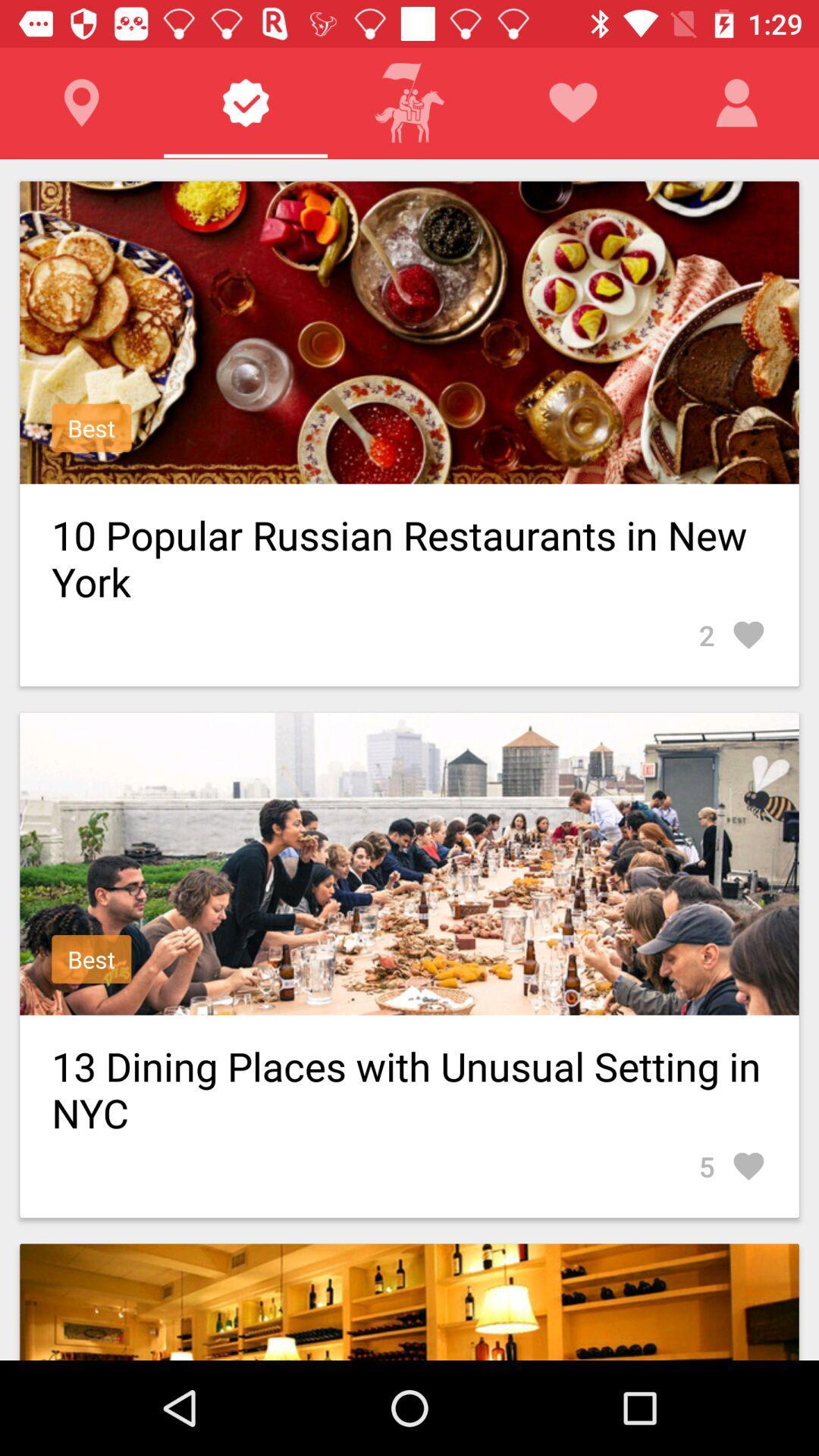 This screenshot has width=819, height=1456. Describe the element at coordinates (732, 1166) in the screenshot. I see `5 icon` at that location.